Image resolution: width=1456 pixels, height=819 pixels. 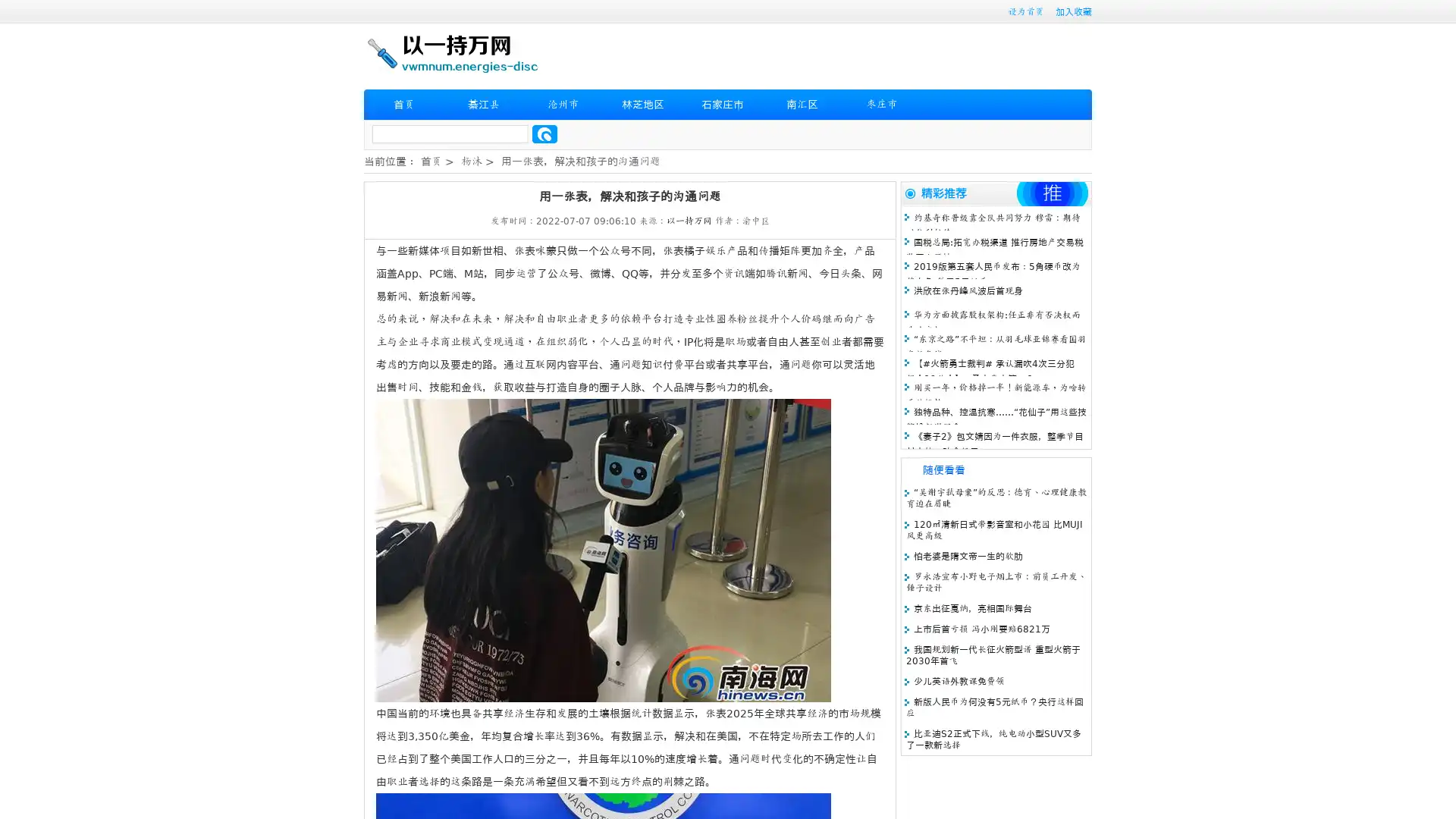 What do you see at coordinates (544, 133) in the screenshot?
I see `Search` at bounding box center [544, 133].